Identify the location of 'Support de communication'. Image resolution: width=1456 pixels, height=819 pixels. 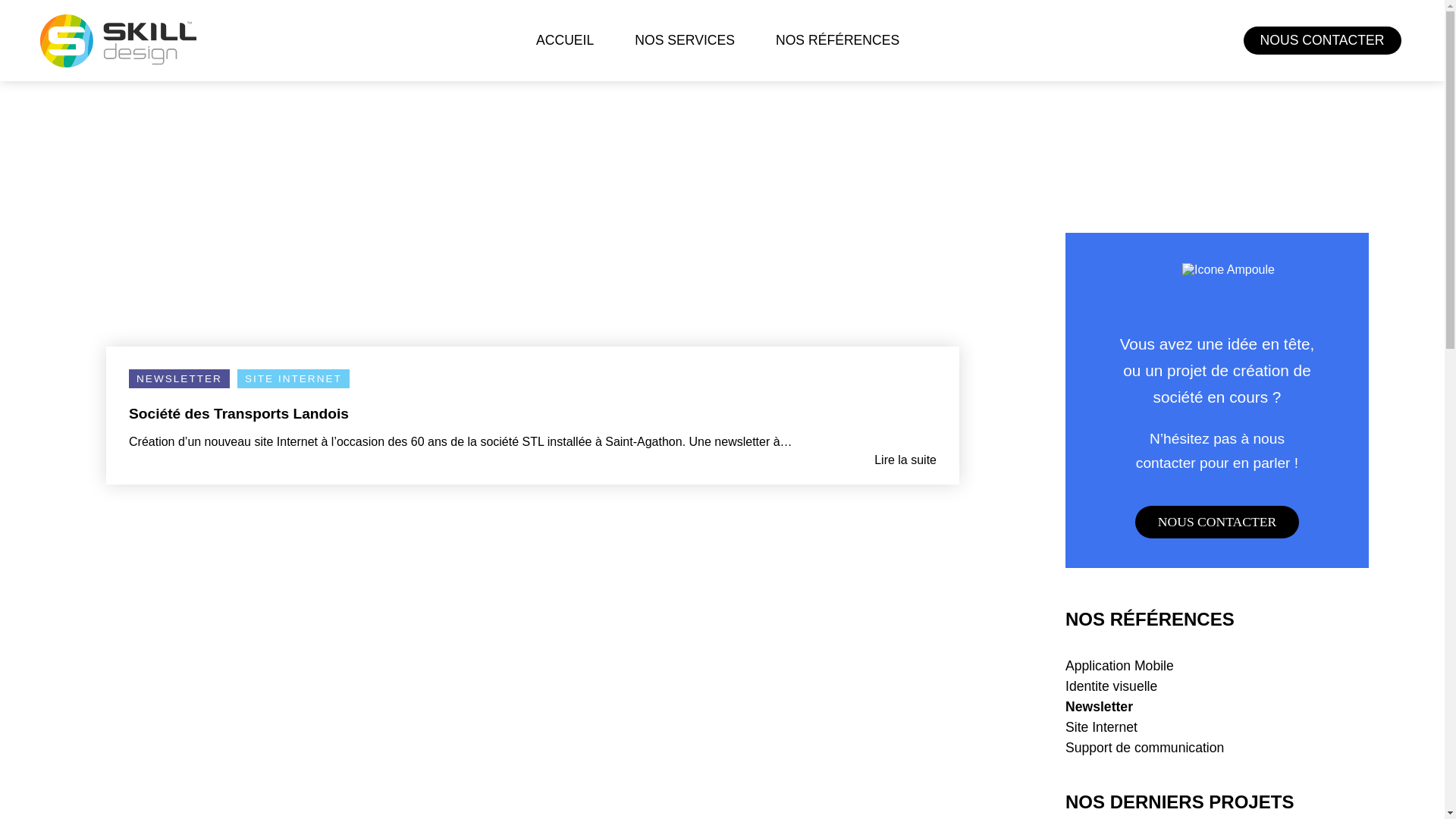
(1065, 747).